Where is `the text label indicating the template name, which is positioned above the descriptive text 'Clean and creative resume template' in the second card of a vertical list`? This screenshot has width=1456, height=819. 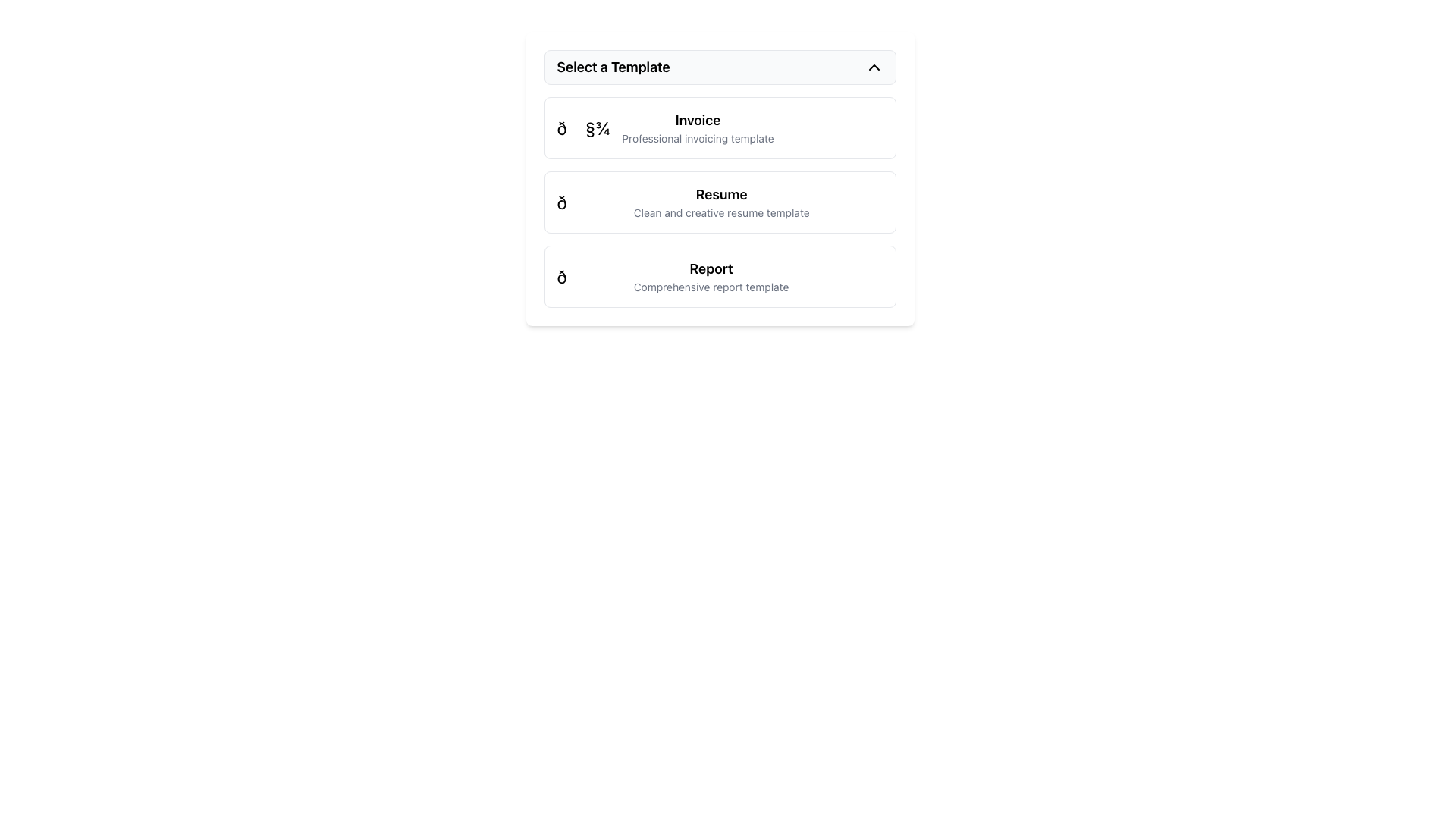
the text label indicating the template name, which is positioned above the descriptive text 'Clean and creative resume template' in the second card of a vertical list is located at coordinates (720, 194).